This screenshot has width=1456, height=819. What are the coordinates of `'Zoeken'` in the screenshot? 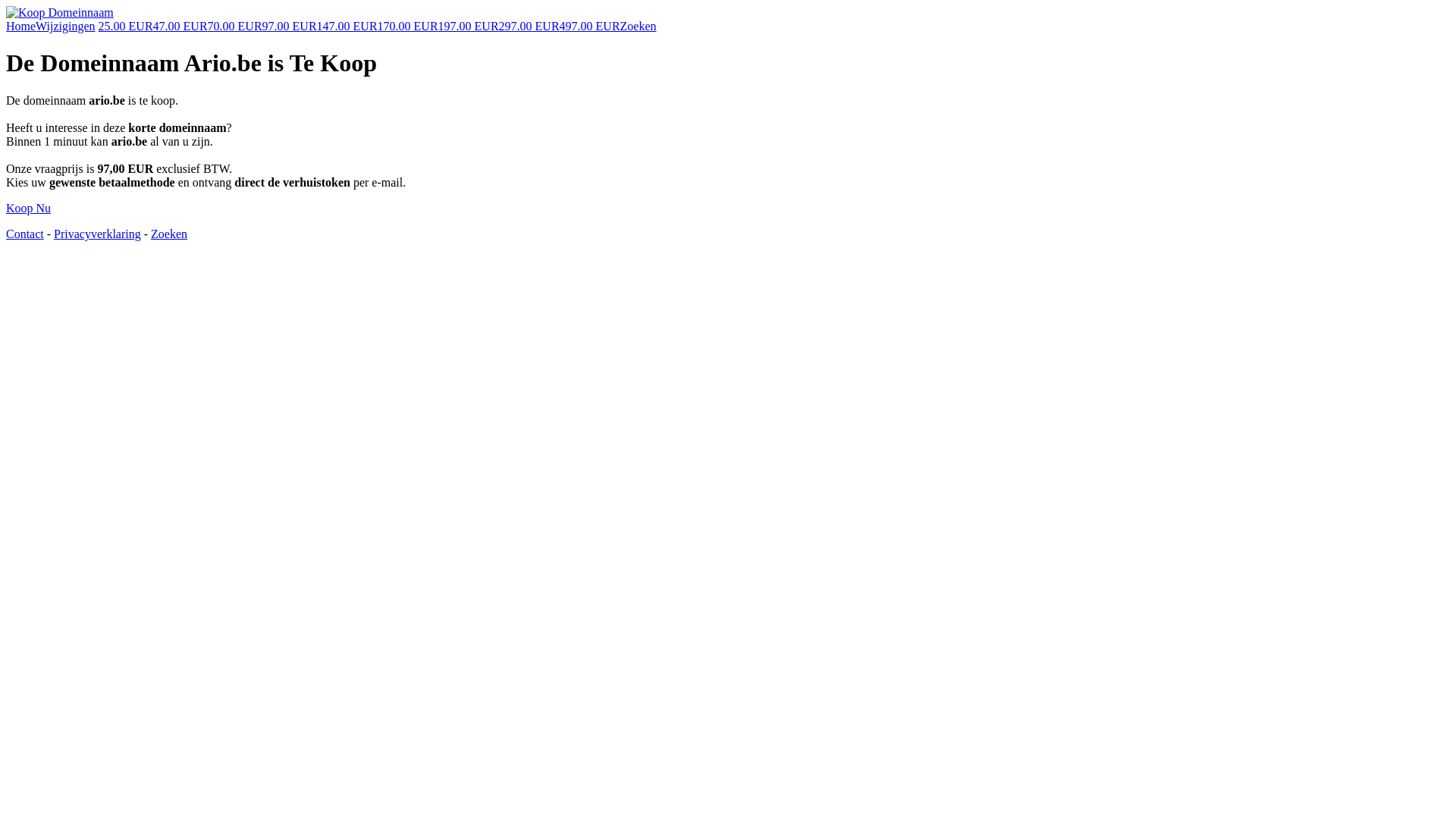 It's located at (638, 26).